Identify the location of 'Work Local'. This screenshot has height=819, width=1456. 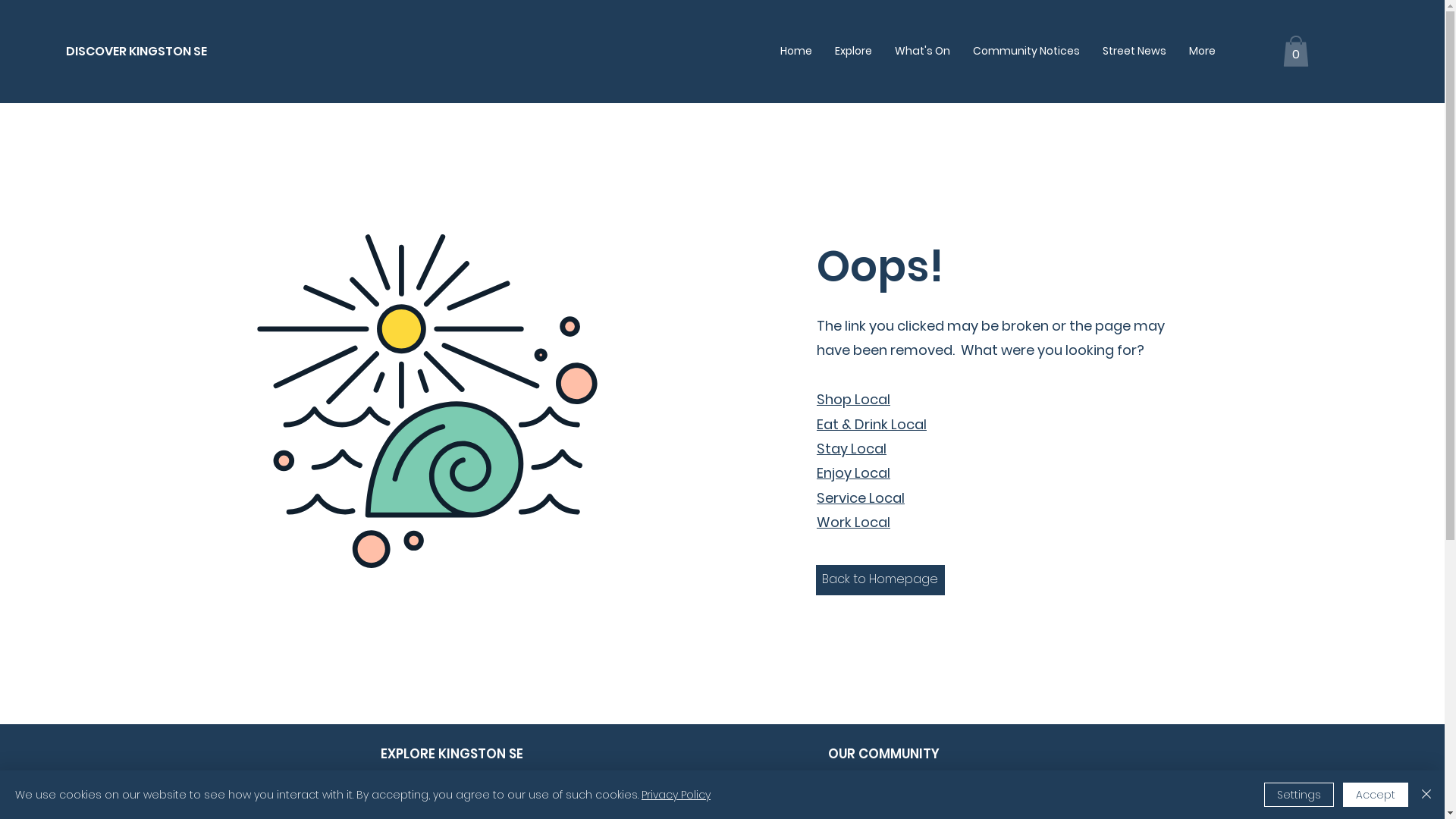
(853, 521).